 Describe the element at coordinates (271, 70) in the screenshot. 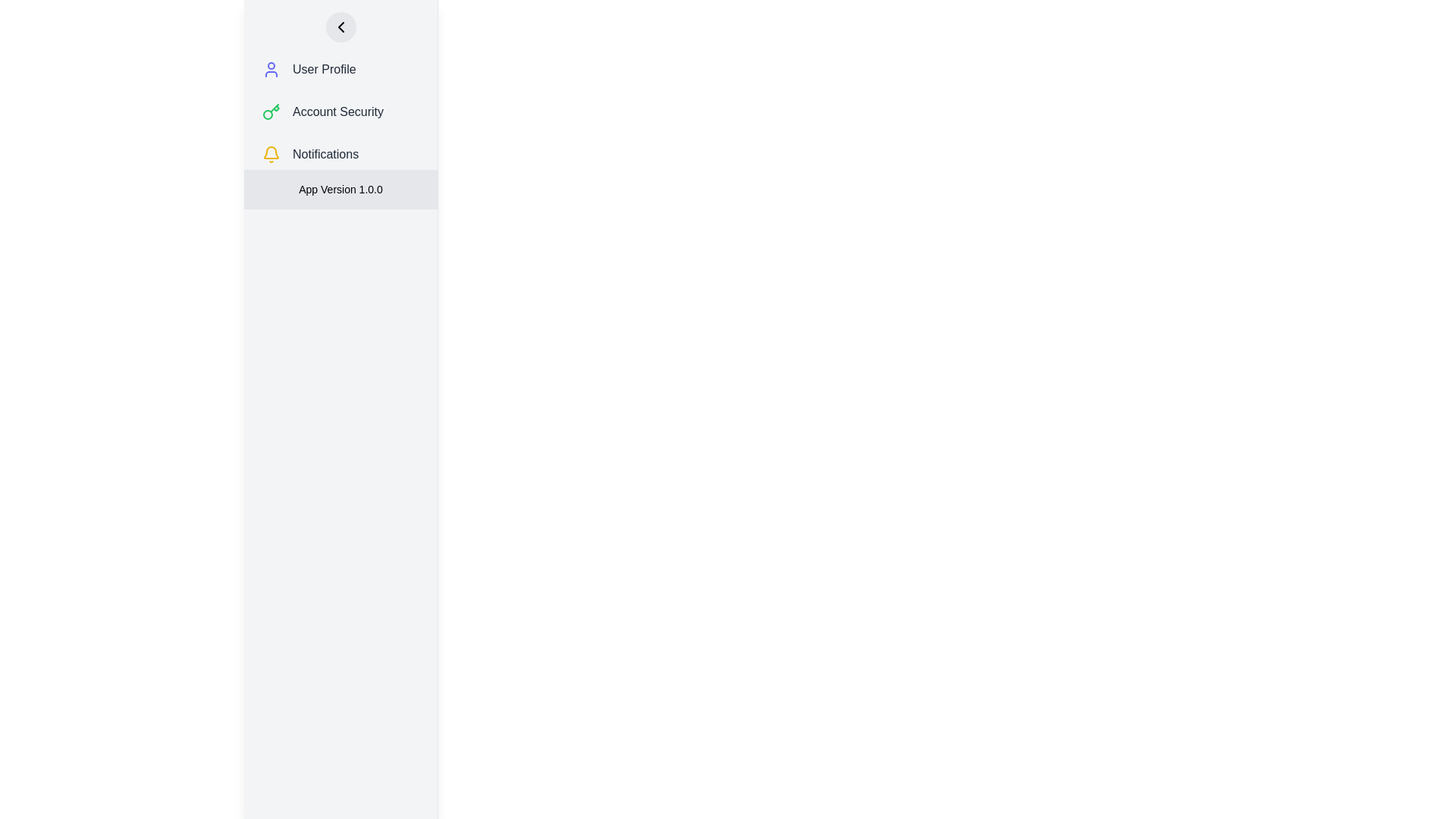

I see `the user icon, which is a simple outlined figure in blue color located next to the 'User Profile' label in the vertical navigation menu` at that location.